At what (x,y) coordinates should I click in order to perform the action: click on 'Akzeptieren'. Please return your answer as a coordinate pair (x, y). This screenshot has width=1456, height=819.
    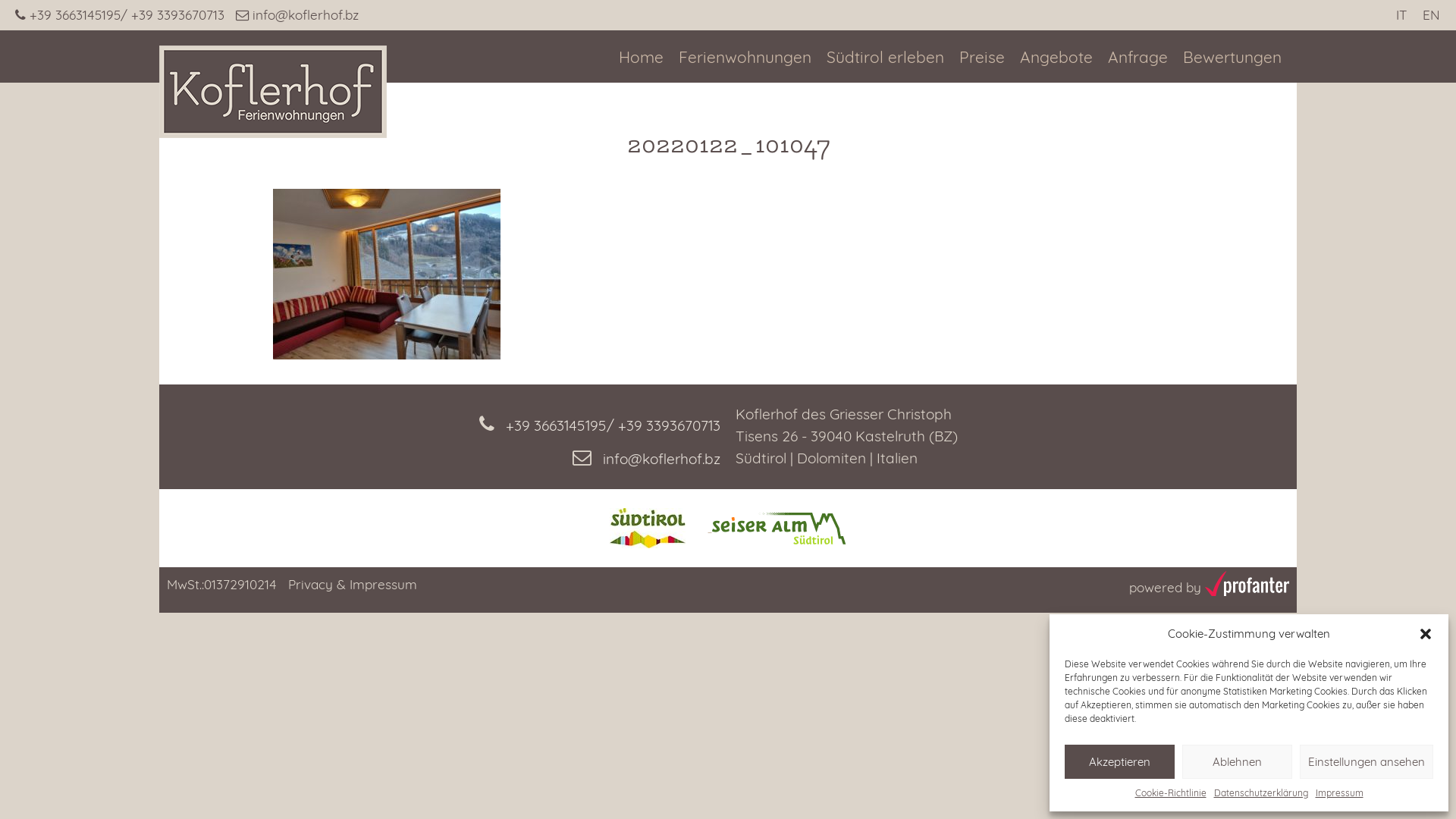
    Looking at the image, I should click on (1119, 761).